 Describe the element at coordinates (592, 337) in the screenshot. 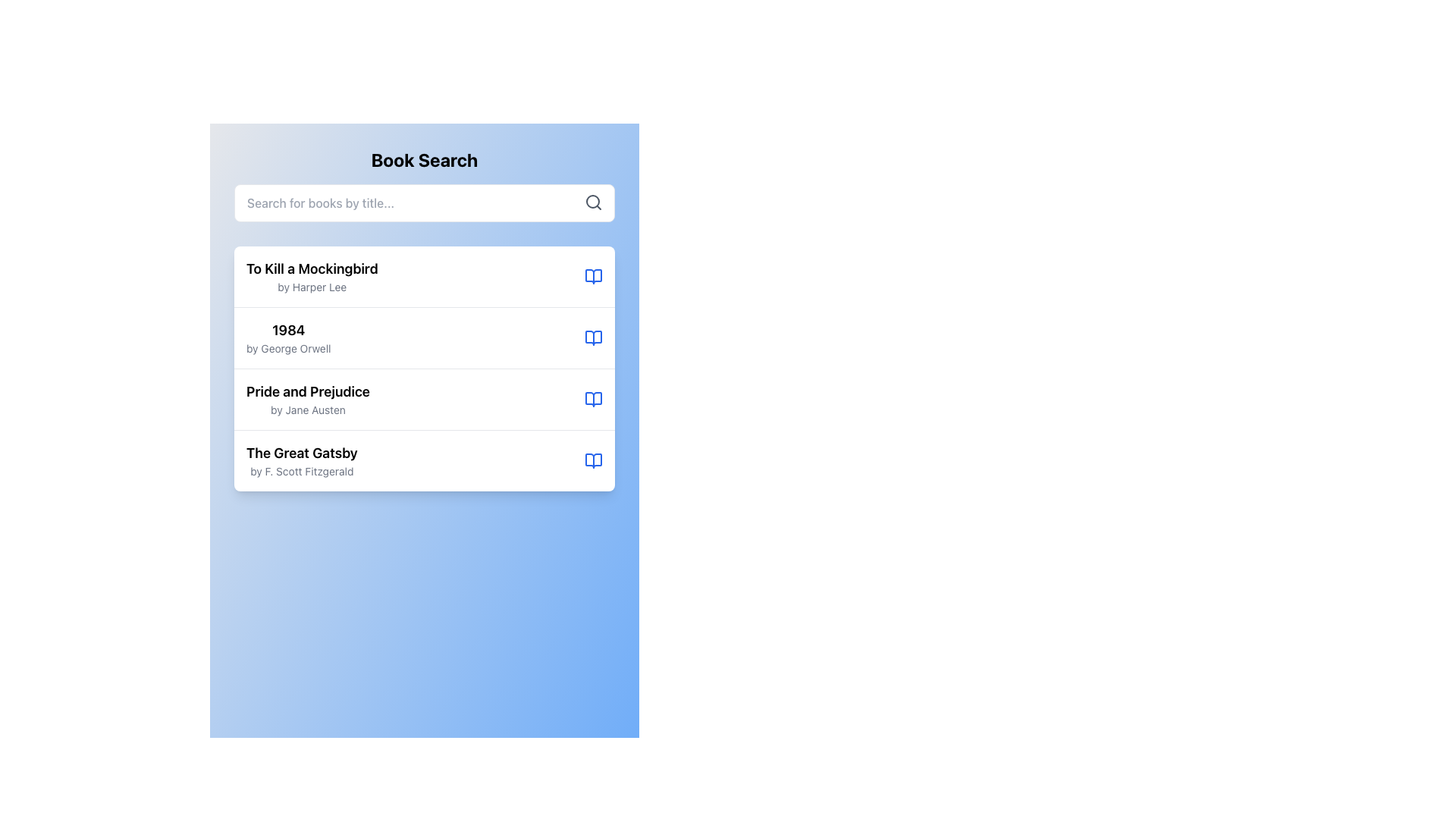

I see `the blue book icon located in the second list item for '1984 by George Orwell'` at that location.